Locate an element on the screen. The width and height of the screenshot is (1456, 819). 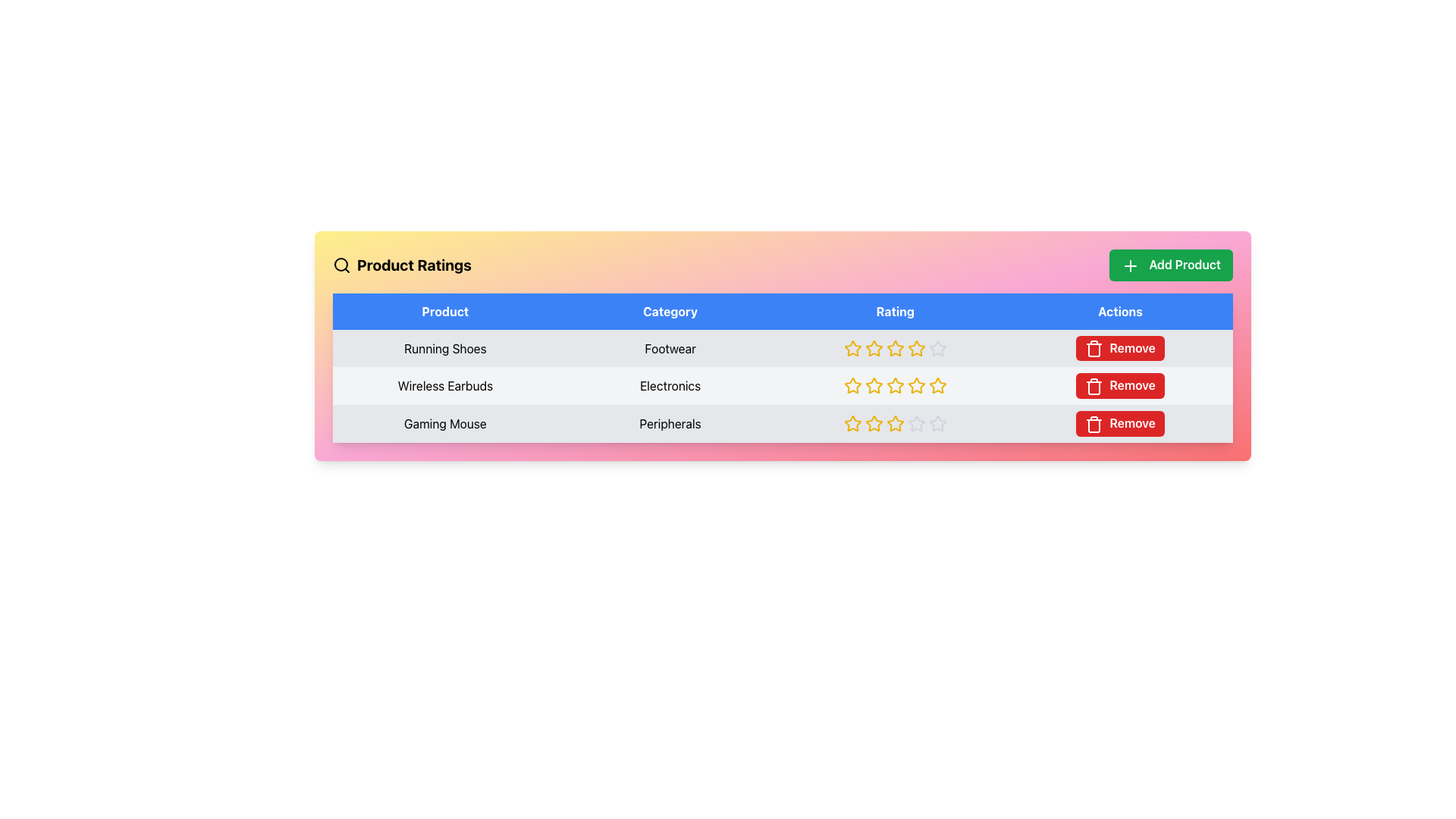
the 'Rating' column header, which is a blue rectangular element with bold white text, part of a structured table layout is located at coordinates (895, 310).